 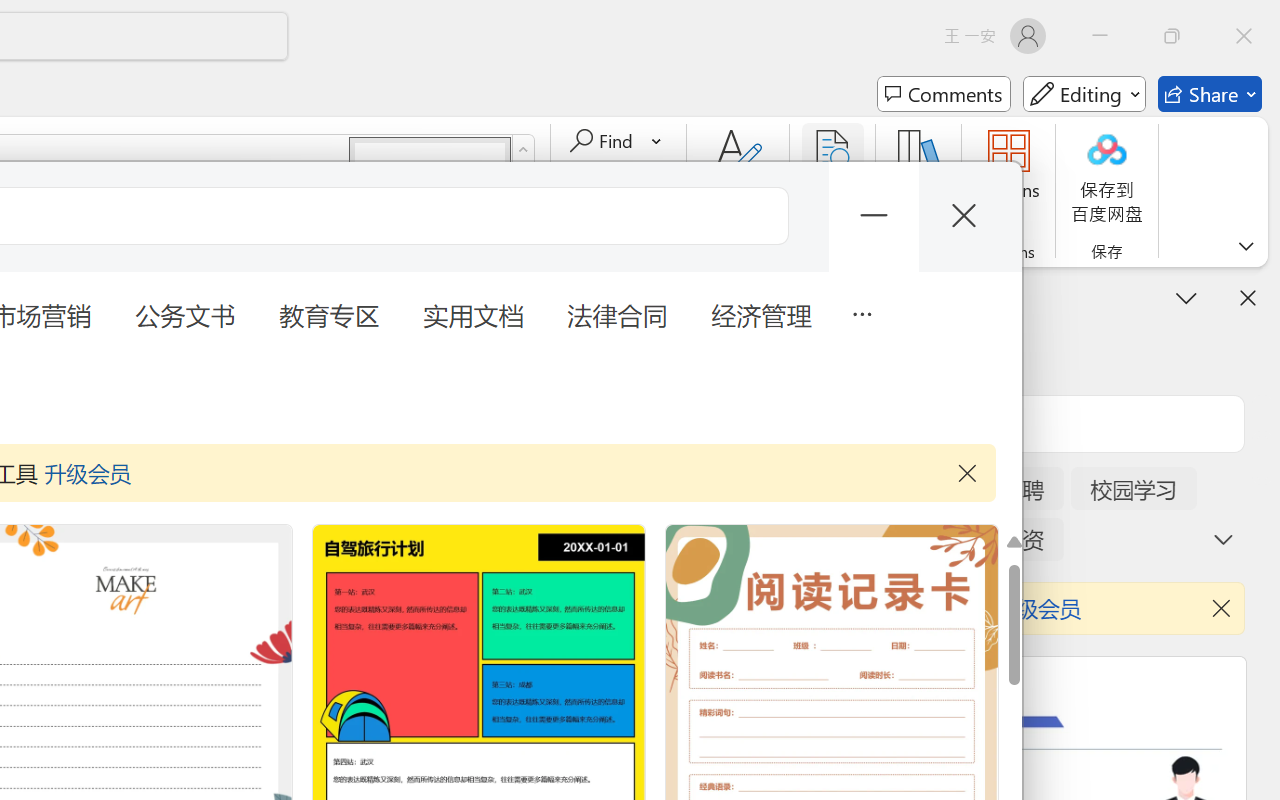 What do you see at coordinates (1245, 245) in the screenshot?
I see `'Ribbon Display Options'` at bounding box center [1245, 245].